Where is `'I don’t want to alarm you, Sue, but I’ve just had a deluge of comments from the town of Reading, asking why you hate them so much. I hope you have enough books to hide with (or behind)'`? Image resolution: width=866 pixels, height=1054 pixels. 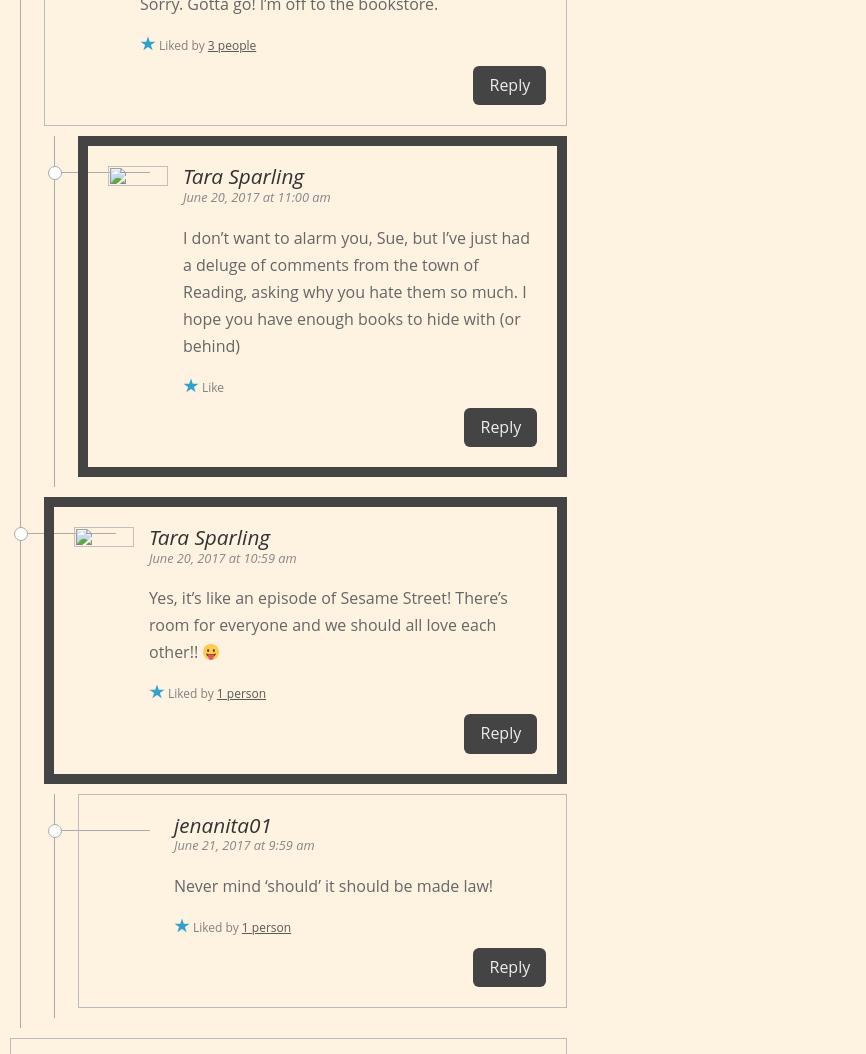
'I don’t want to alarm you, Sue, but I’ve just had a deluge of comments from the town of Reading, asking why you hate them so much. I hope you have enough books to hide with (or behind)' is located at coordinates (182, 290).